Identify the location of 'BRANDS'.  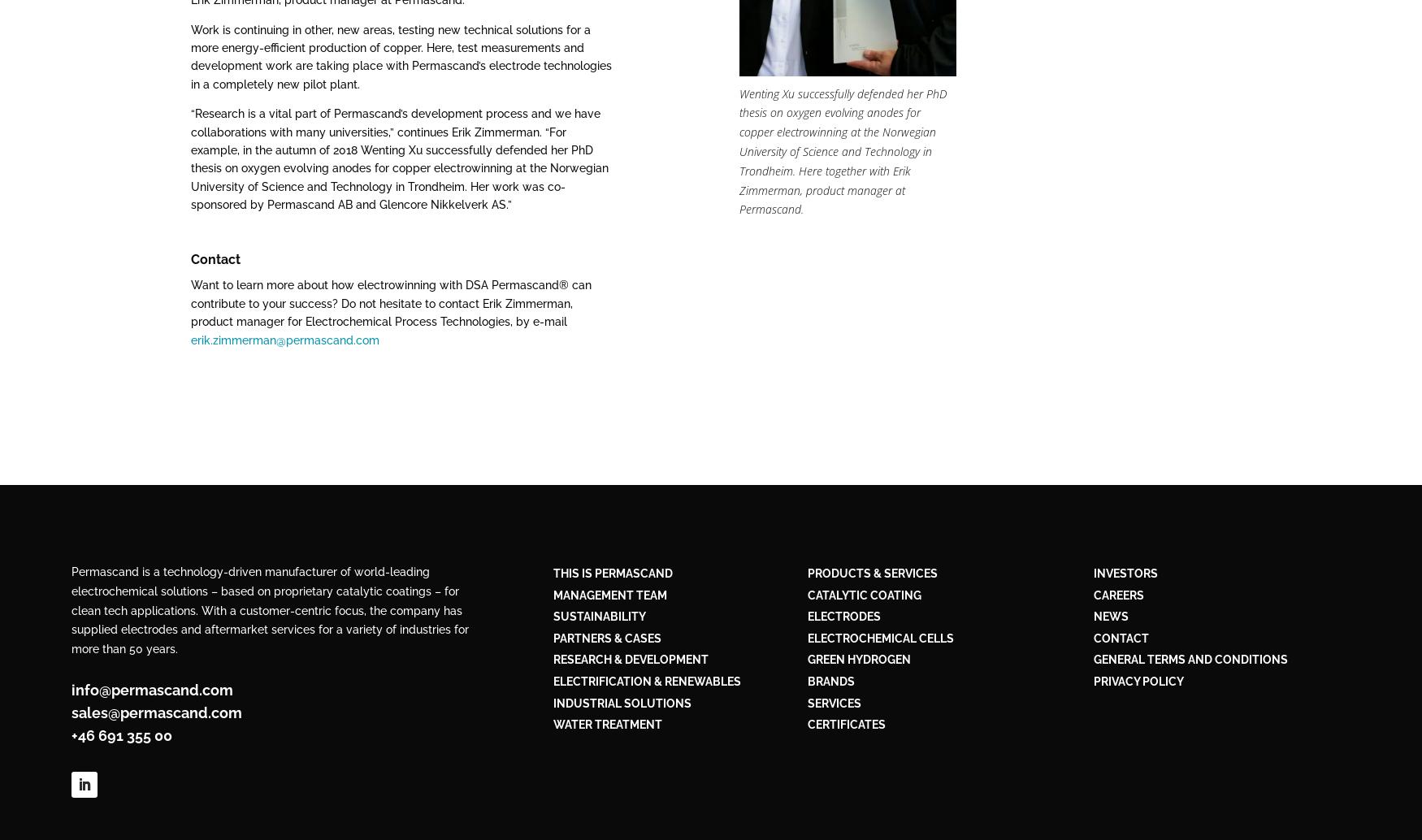
(830, 679).